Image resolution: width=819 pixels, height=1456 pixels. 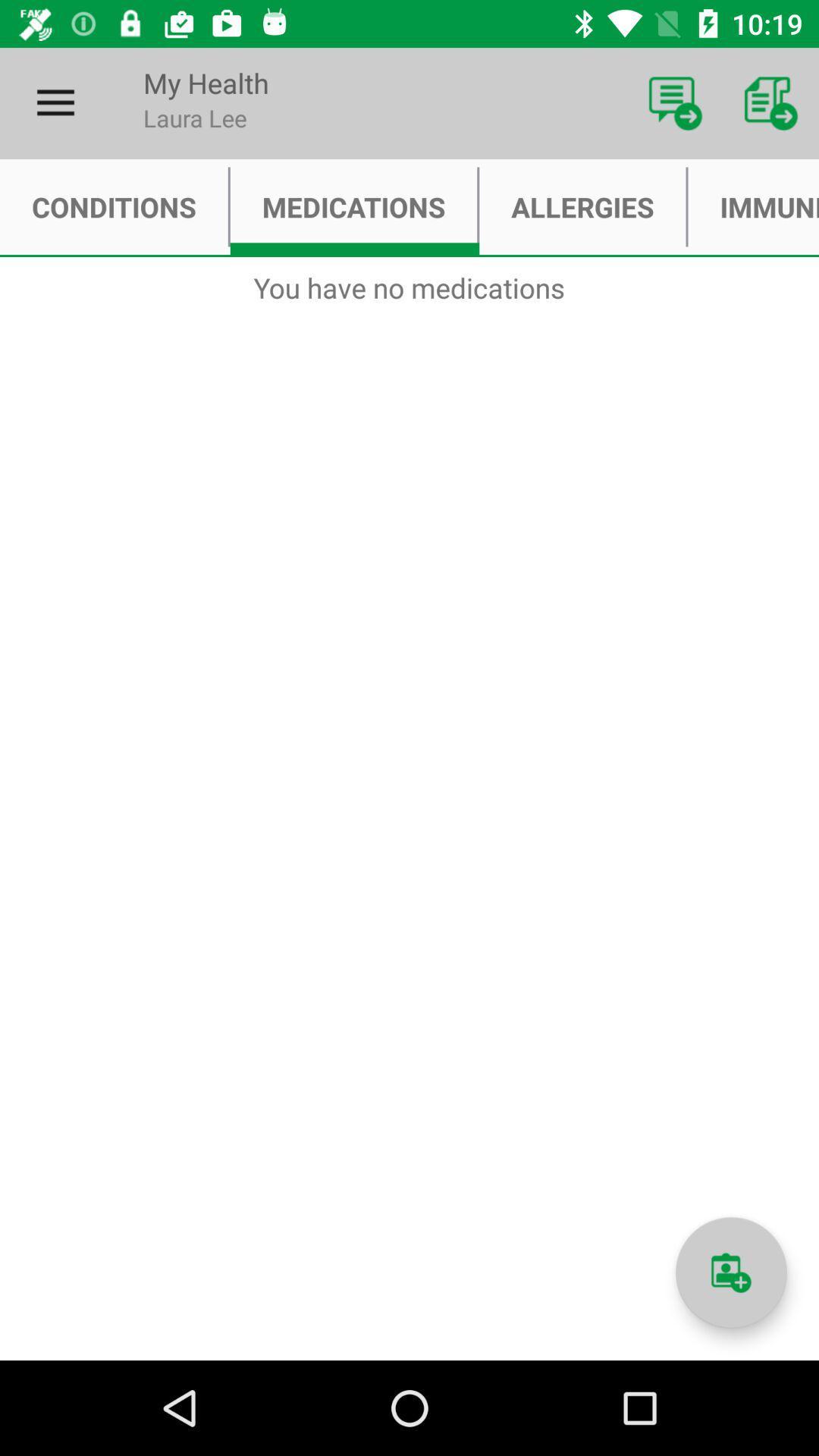 What do you see at coordinates (675, 102) in the screenshot?
I see `icon to the right of the my health` at bounding box center [675, 102].